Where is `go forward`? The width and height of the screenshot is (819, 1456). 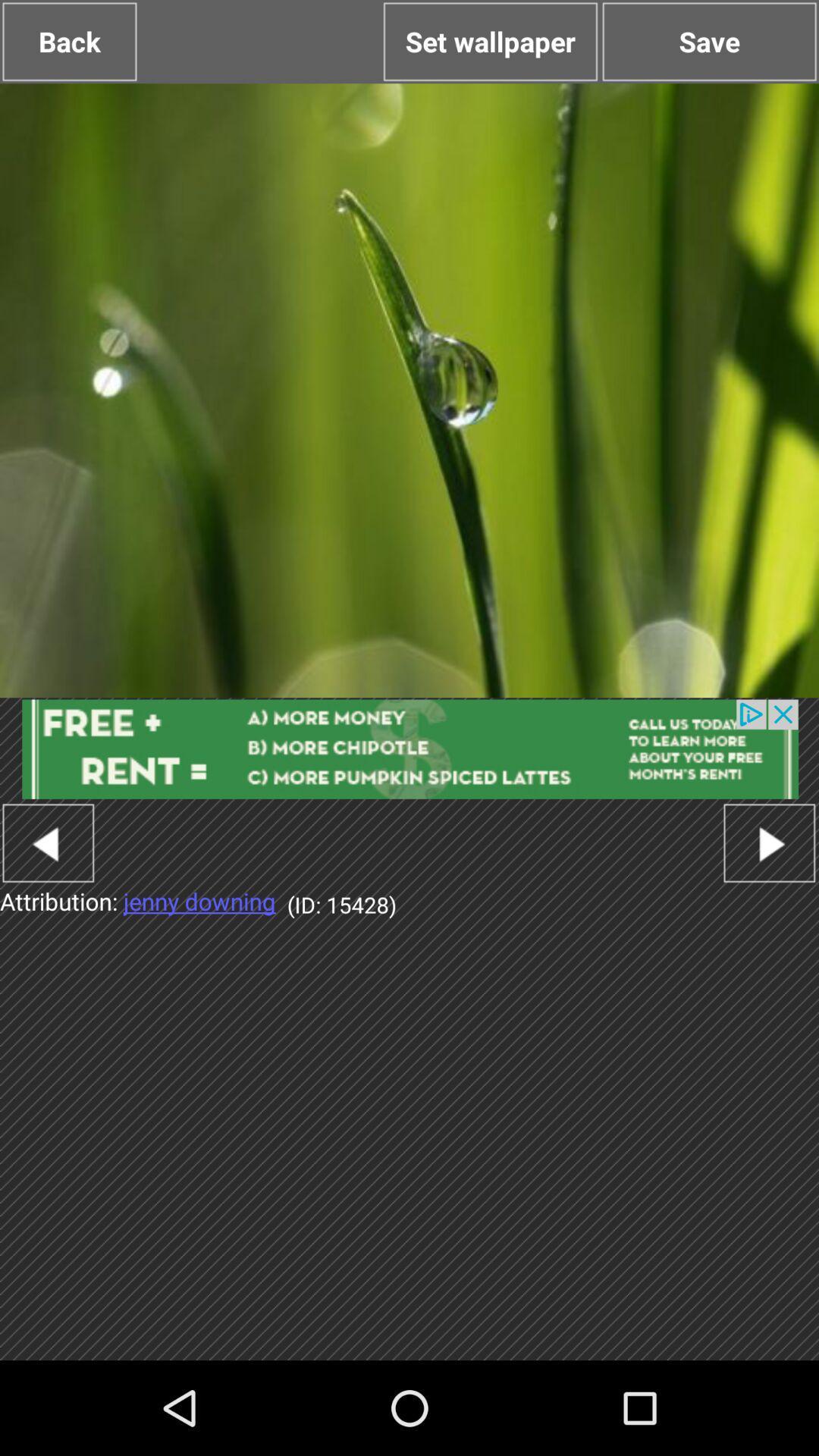
go forward is located at coordinates (769, 842).